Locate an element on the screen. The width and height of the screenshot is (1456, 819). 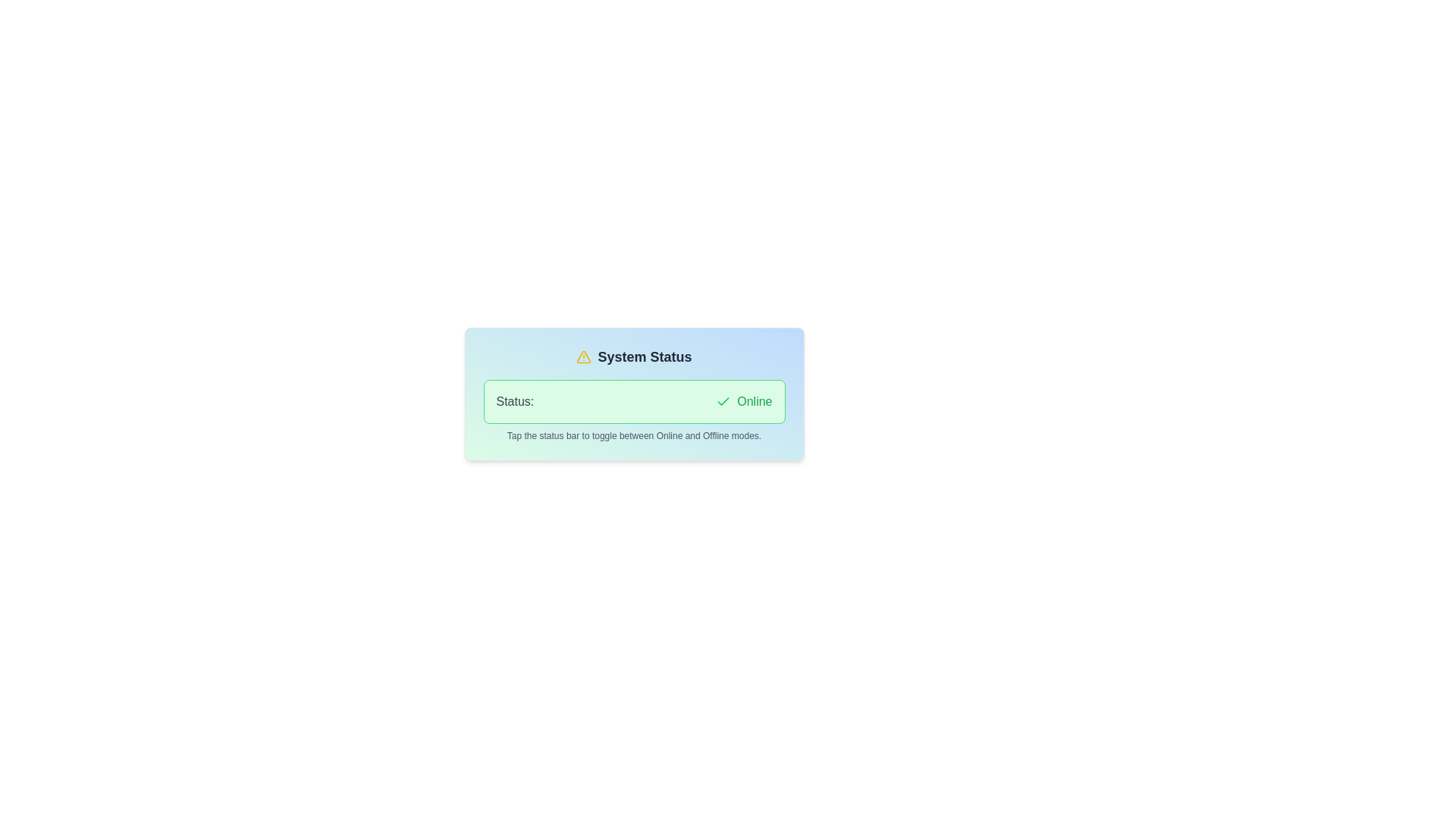
the light-gray text label instruction located below the 'Status: Online' indicator within the gradient card interface is located at coordinates (634, 435).